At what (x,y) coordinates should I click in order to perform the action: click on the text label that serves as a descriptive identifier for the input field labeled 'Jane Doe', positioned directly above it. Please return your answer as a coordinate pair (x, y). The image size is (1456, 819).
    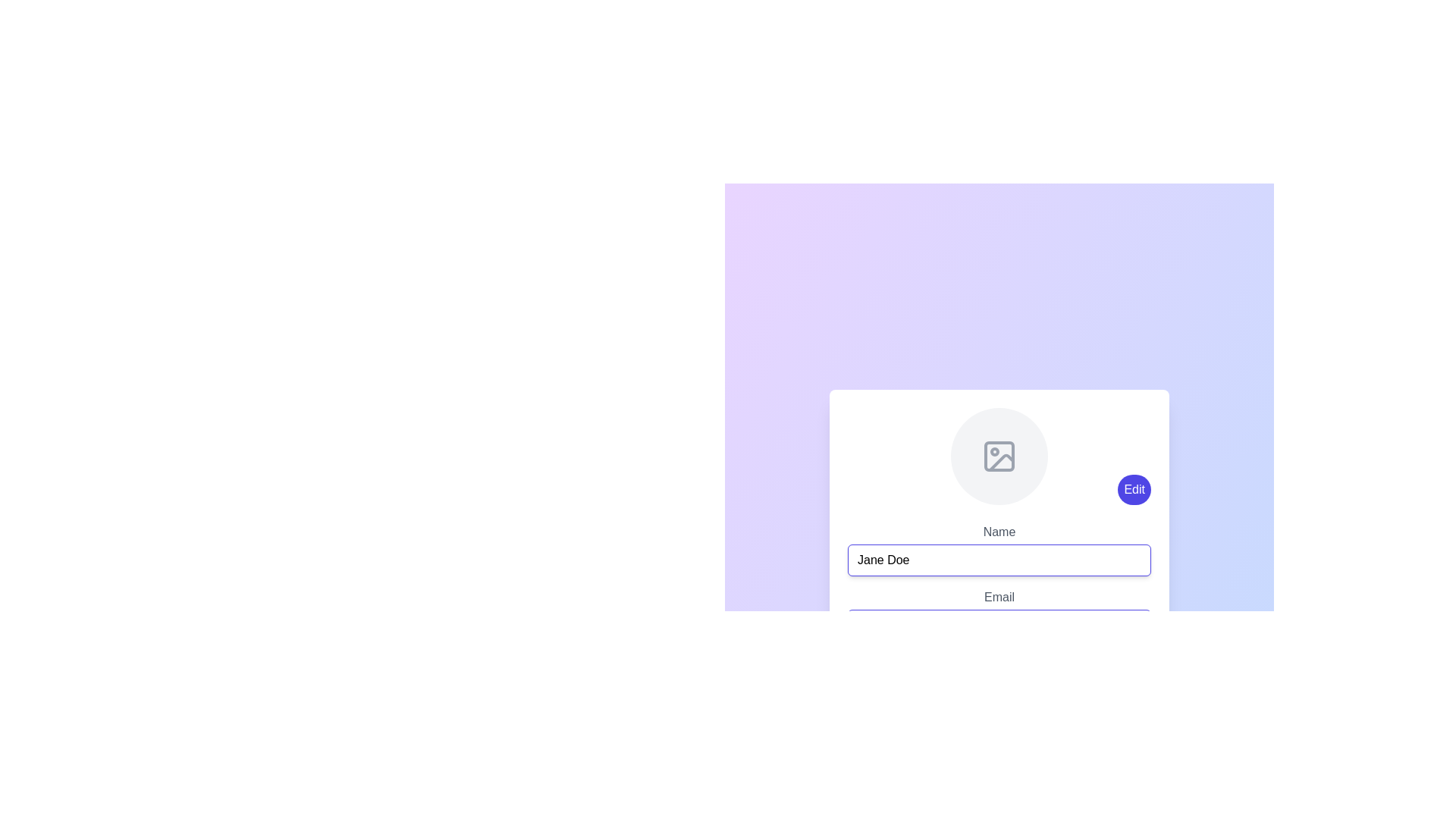
    Looking at the image, I should click on (999, 531).